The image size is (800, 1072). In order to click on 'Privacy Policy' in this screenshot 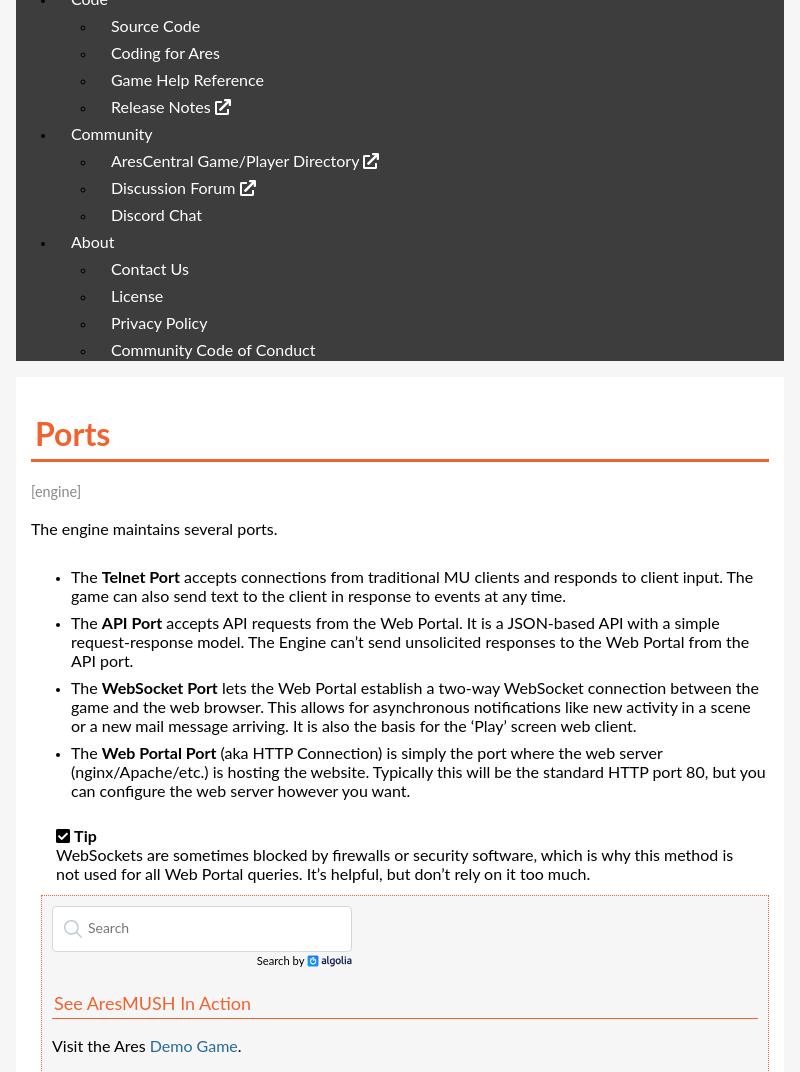, I will do `click(158, 322)`.